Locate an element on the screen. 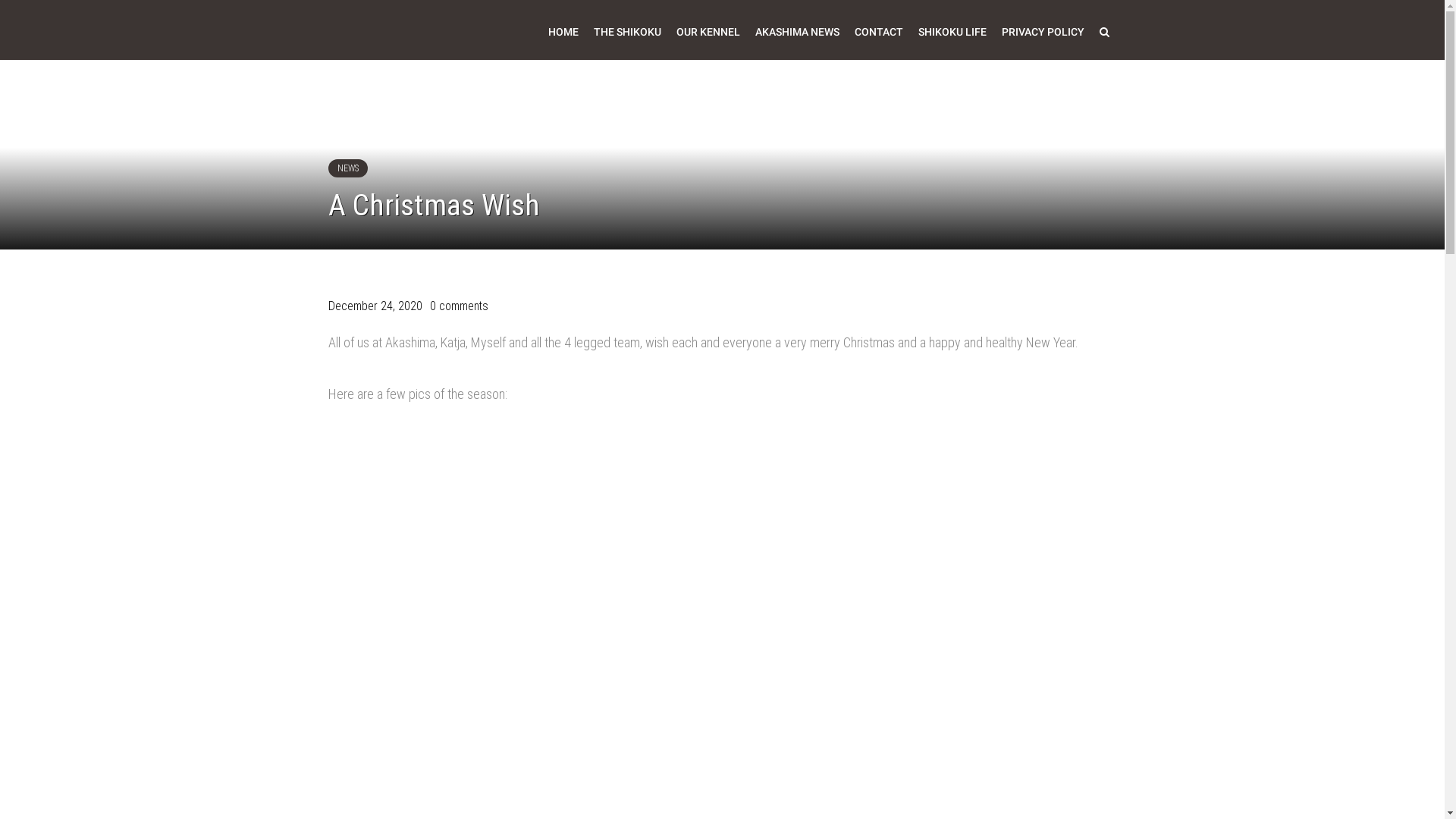  'Skip to content' is located at coordinates (0, 0).